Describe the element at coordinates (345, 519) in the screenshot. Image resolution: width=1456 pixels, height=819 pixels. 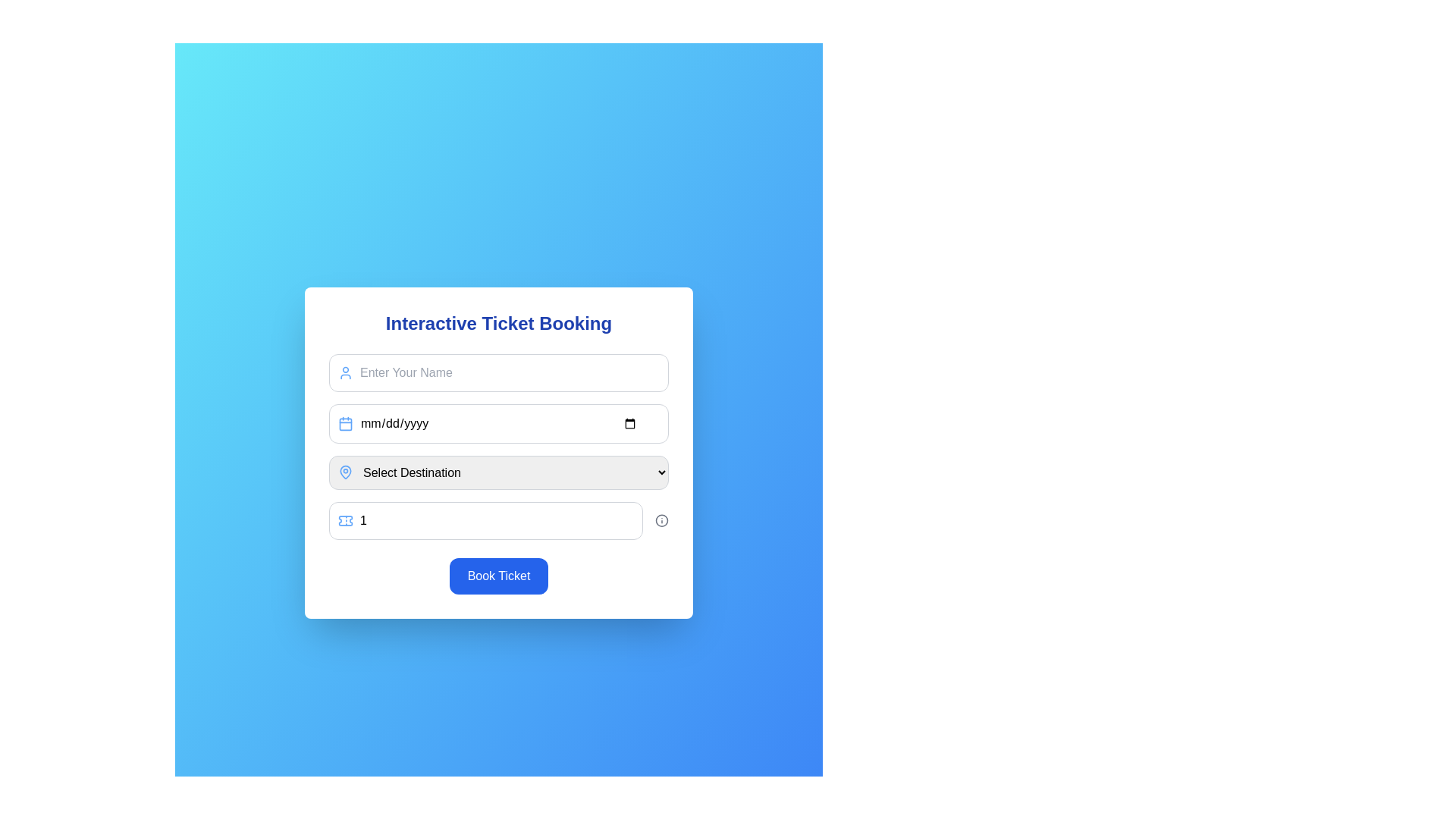
I see `the ticket icon located to the far left of the numerical input field '1' in the interactive booking interface` at that location.